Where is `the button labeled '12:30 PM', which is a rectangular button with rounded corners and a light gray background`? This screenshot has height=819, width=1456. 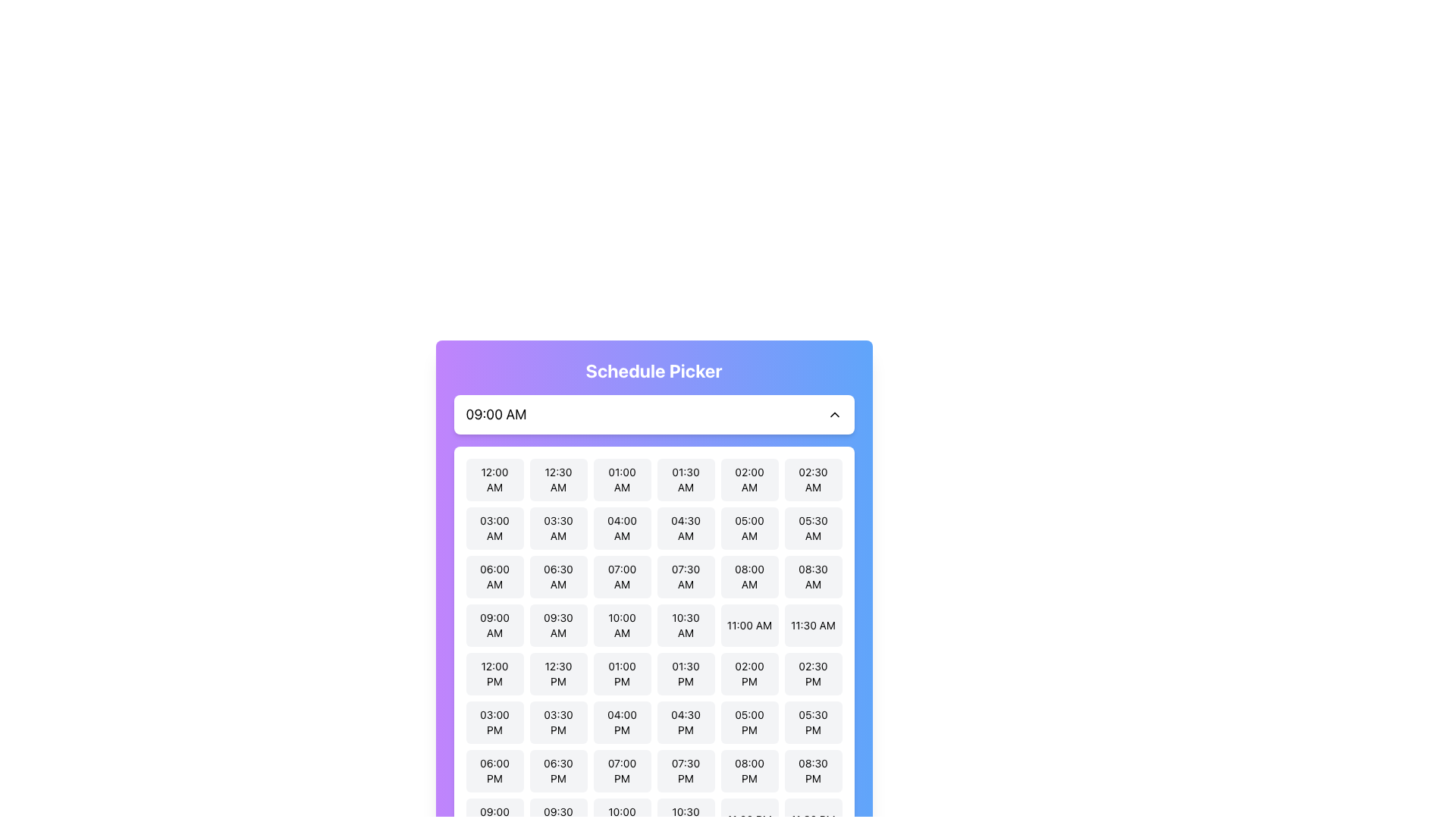
the button labeled '12:30 PM', which is a rectangular button with rounded corners and a light gray background is located at coordinates (557, 673).